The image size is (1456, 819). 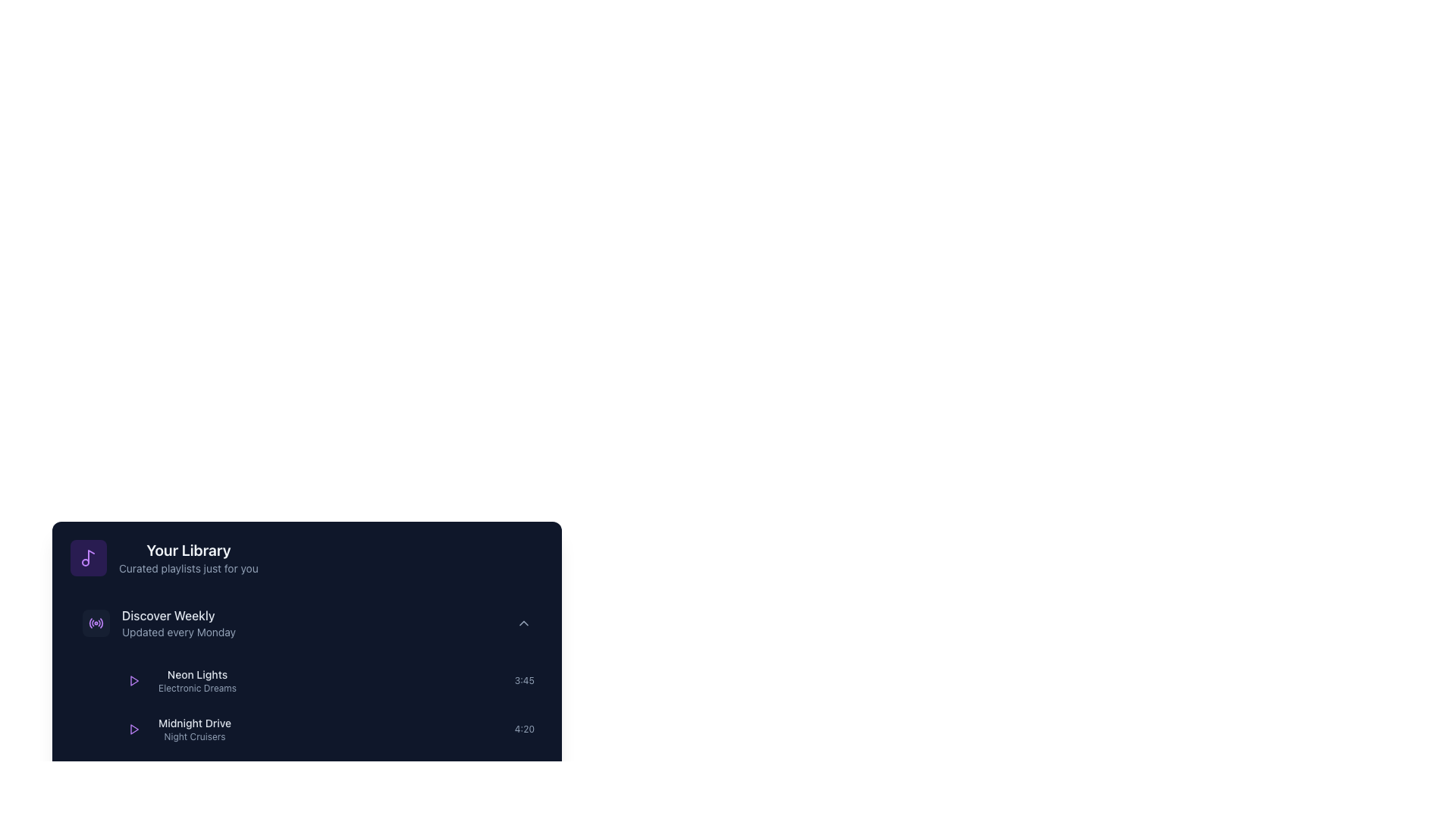 What do you see at coordinates (327, 680) in the screenshot?
I see `the song entry titled 'Neon Lights' in the list under 'Your Library' and 'Discover Weekly'` at bounding box center [327, 680].